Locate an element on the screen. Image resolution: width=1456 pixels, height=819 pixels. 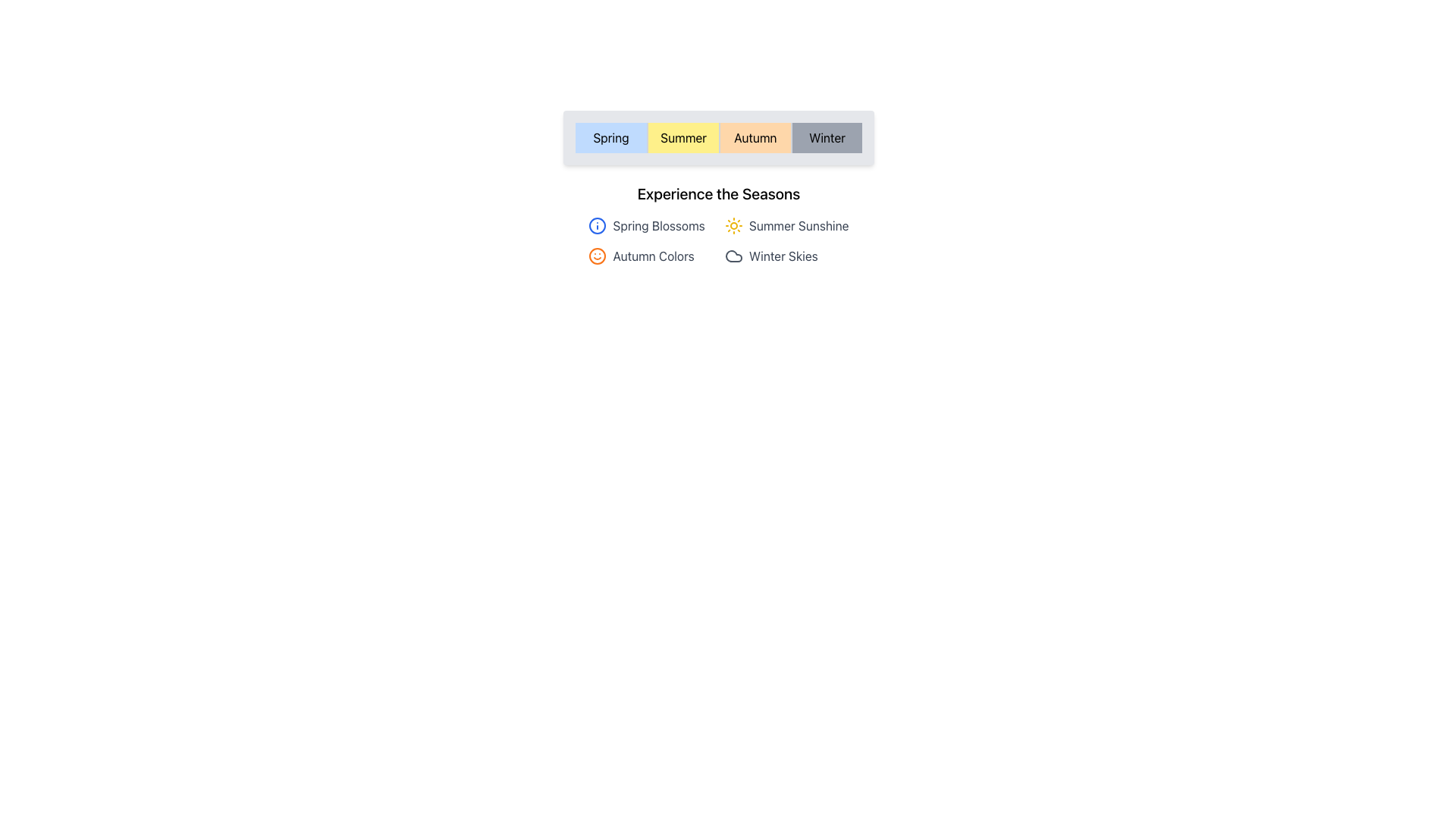
the 'Summer Sunshine' icon and text label element, which is the second item in the top row of a grid layout is located at coordinates (786, 225).